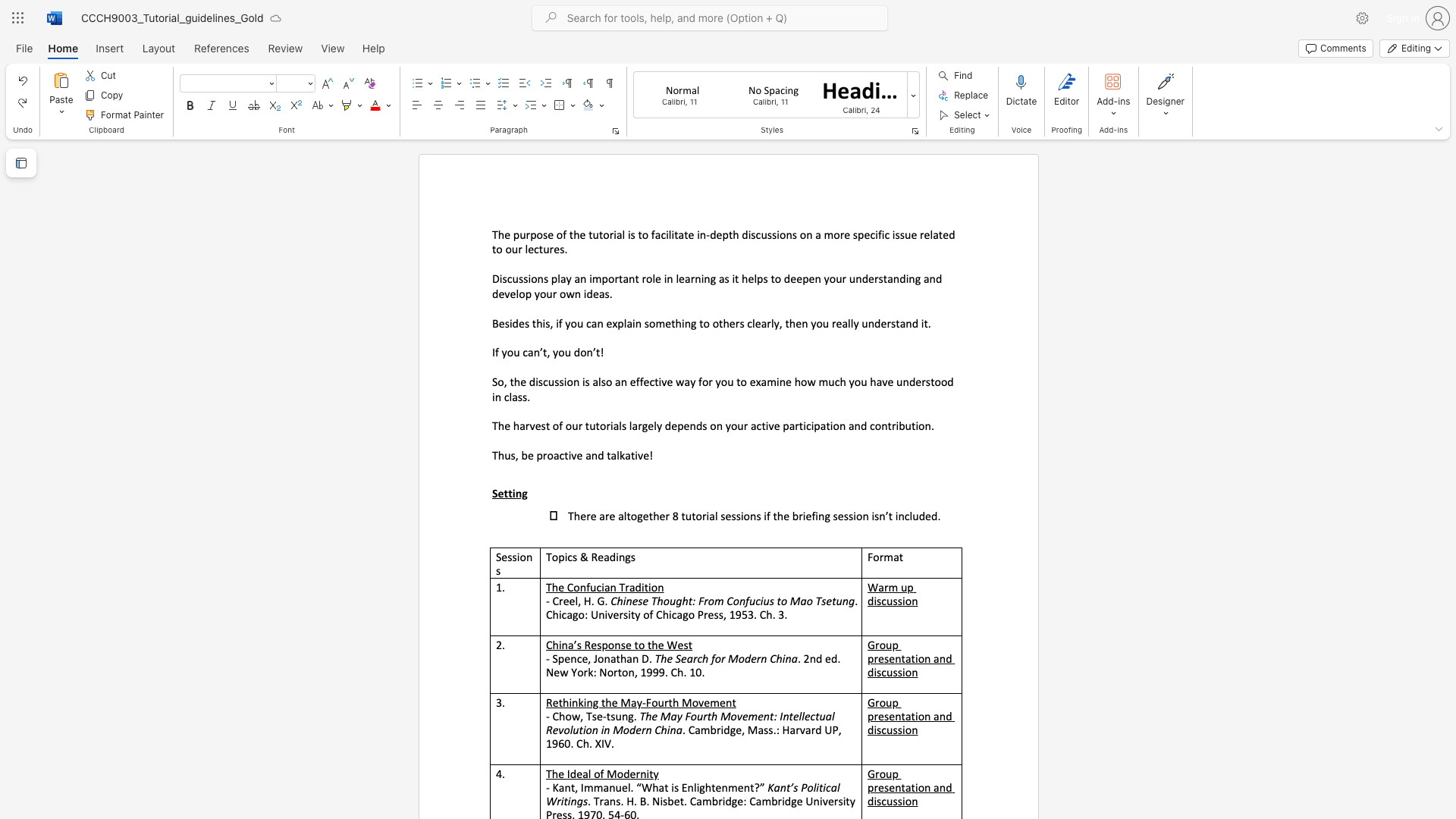  I want to click on the subset text "ting" within the text "Kant’s Political Writings", so click(563, 800).